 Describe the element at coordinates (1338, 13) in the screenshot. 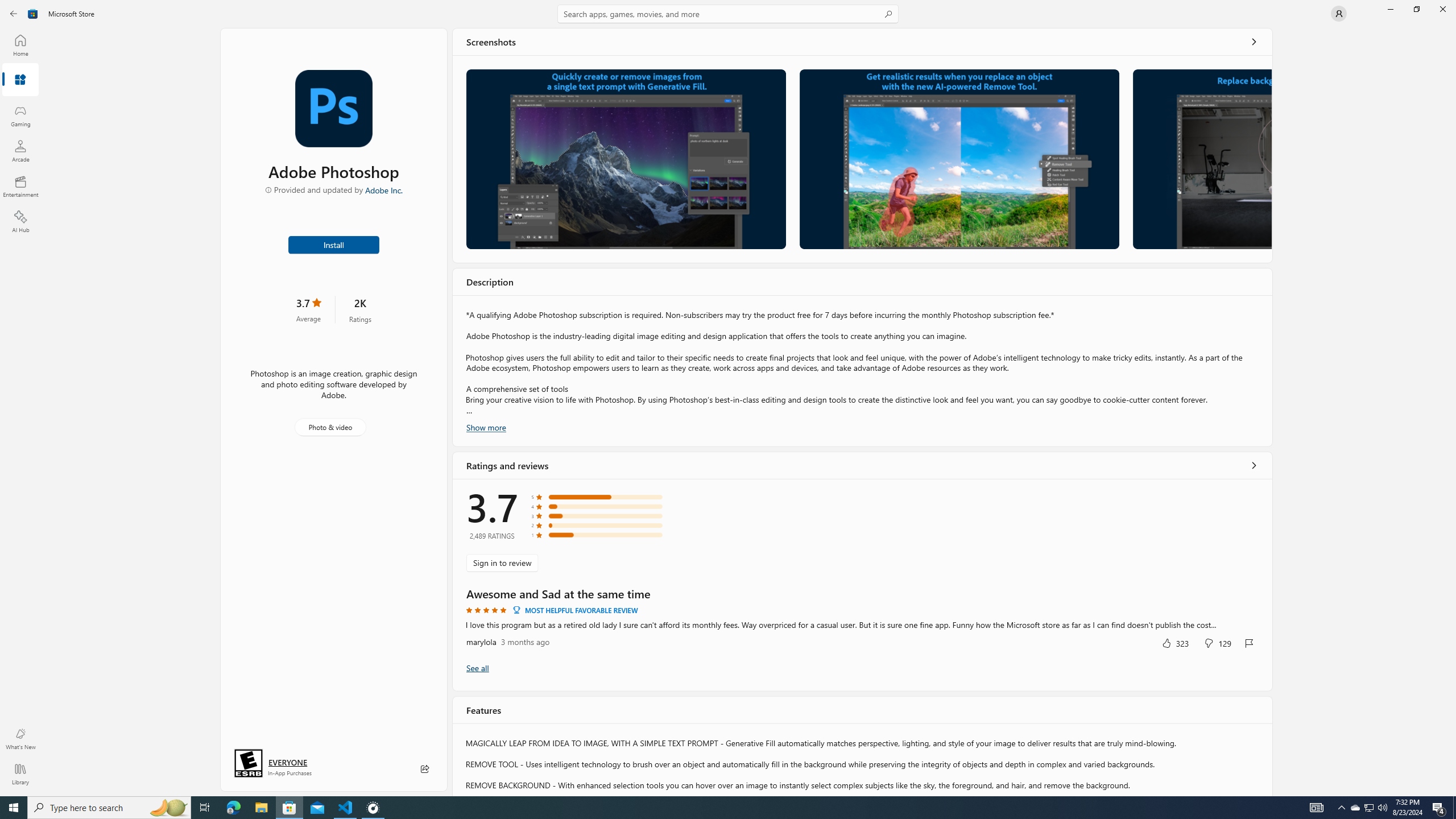

I see `'User profile'` at that location.